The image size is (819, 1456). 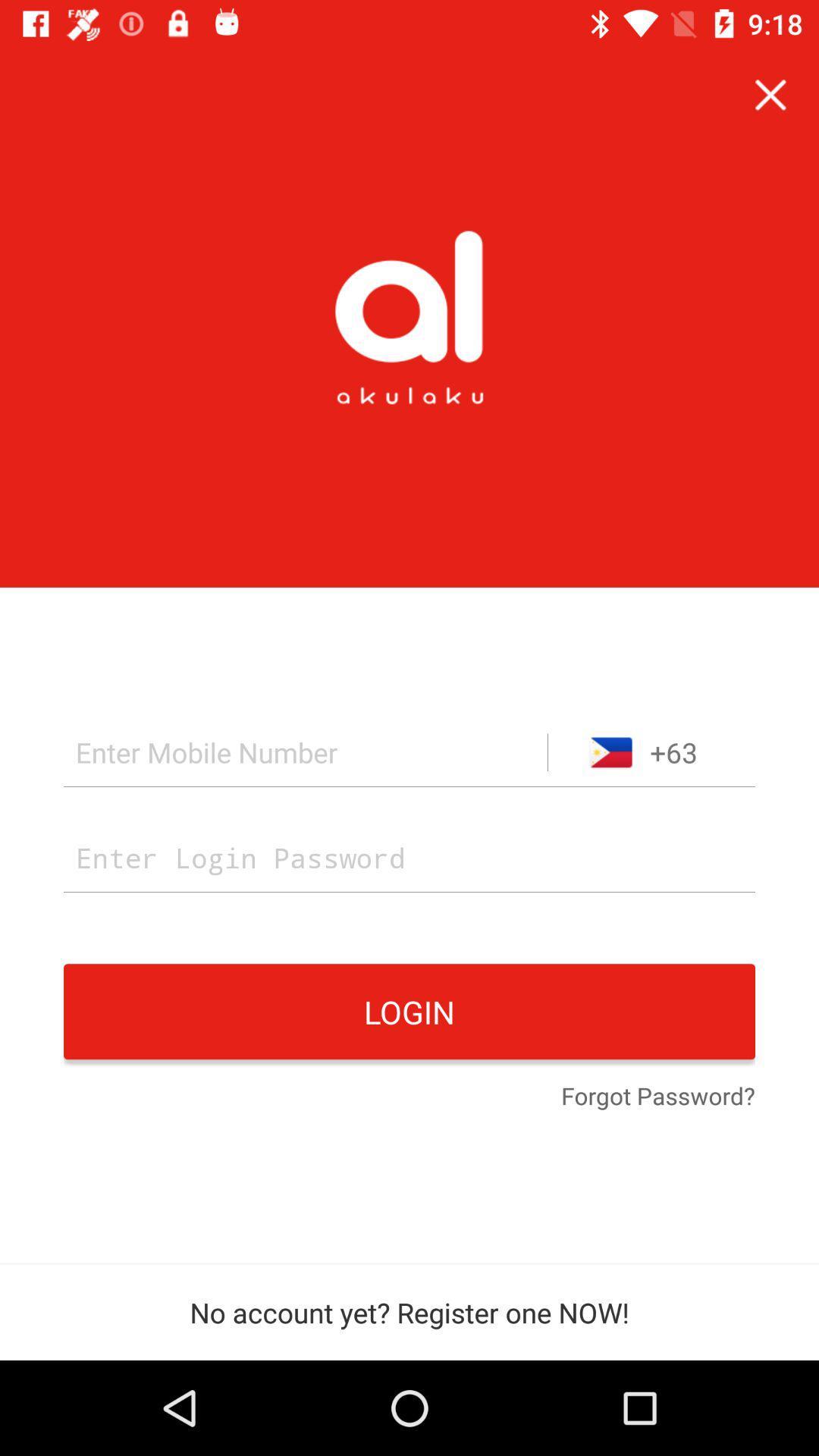 What do you see at coordinates (306, 752) in the screenshot?
I see `phone number` at bounding box center [306, 752].